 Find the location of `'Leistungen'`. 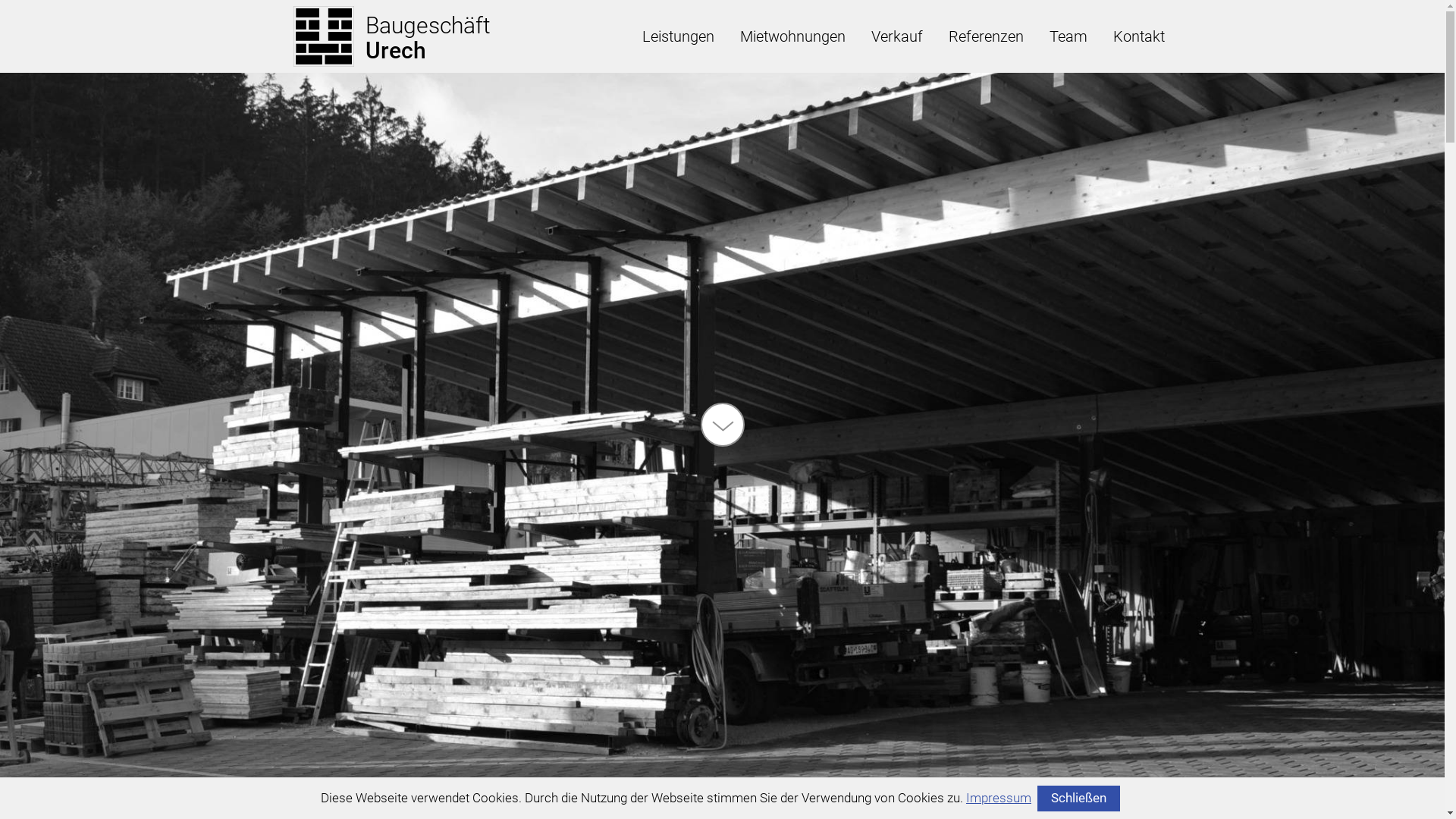

'Leistungen' is located at coordinates (629, 35).